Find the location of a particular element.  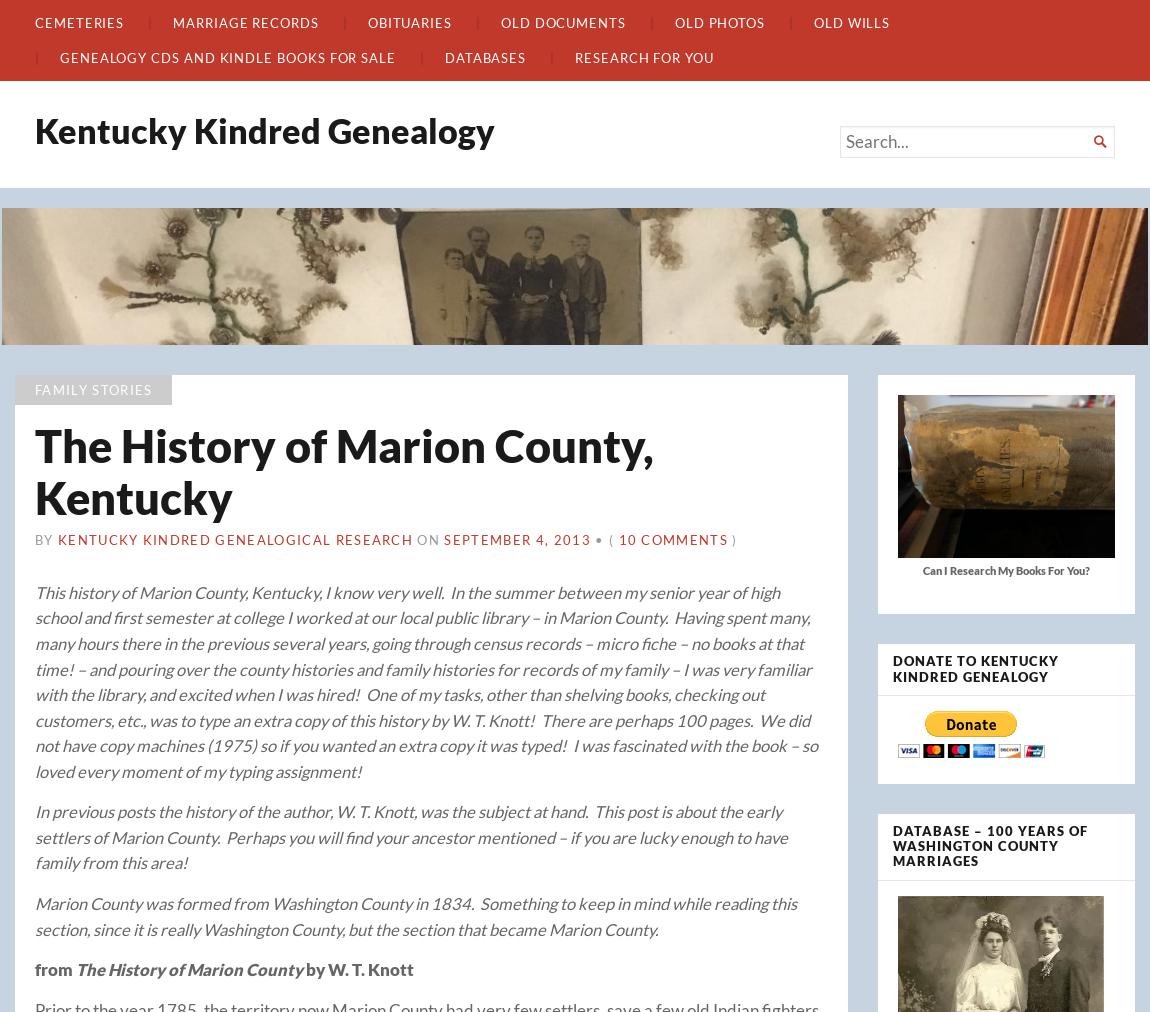

'Obituaries' is located at coordinates (409, 20).